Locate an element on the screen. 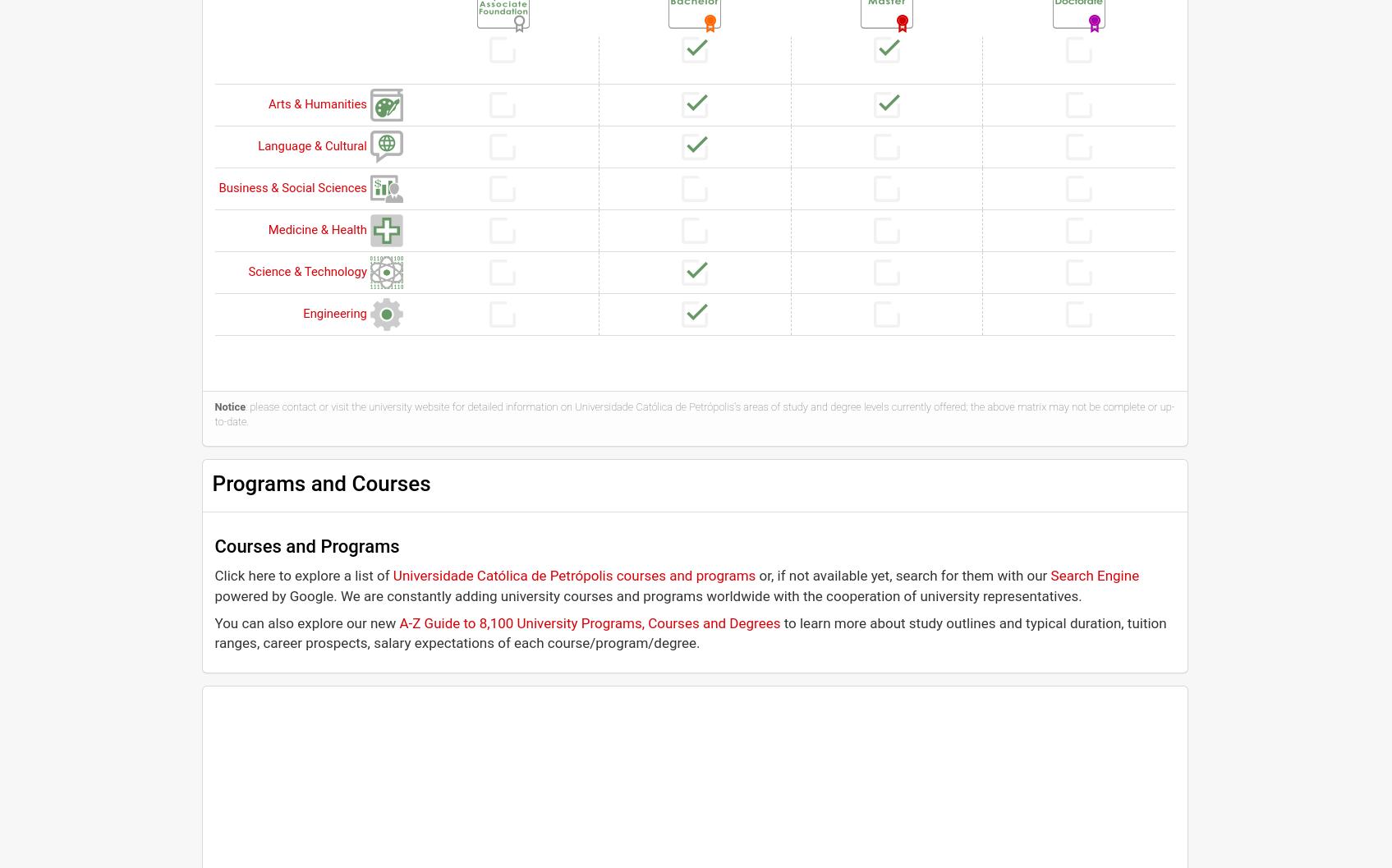 Image resolution: width=1392 pixels, height=868 pixels. 'Arts & Humanities' is located at coordinates (317, 102).